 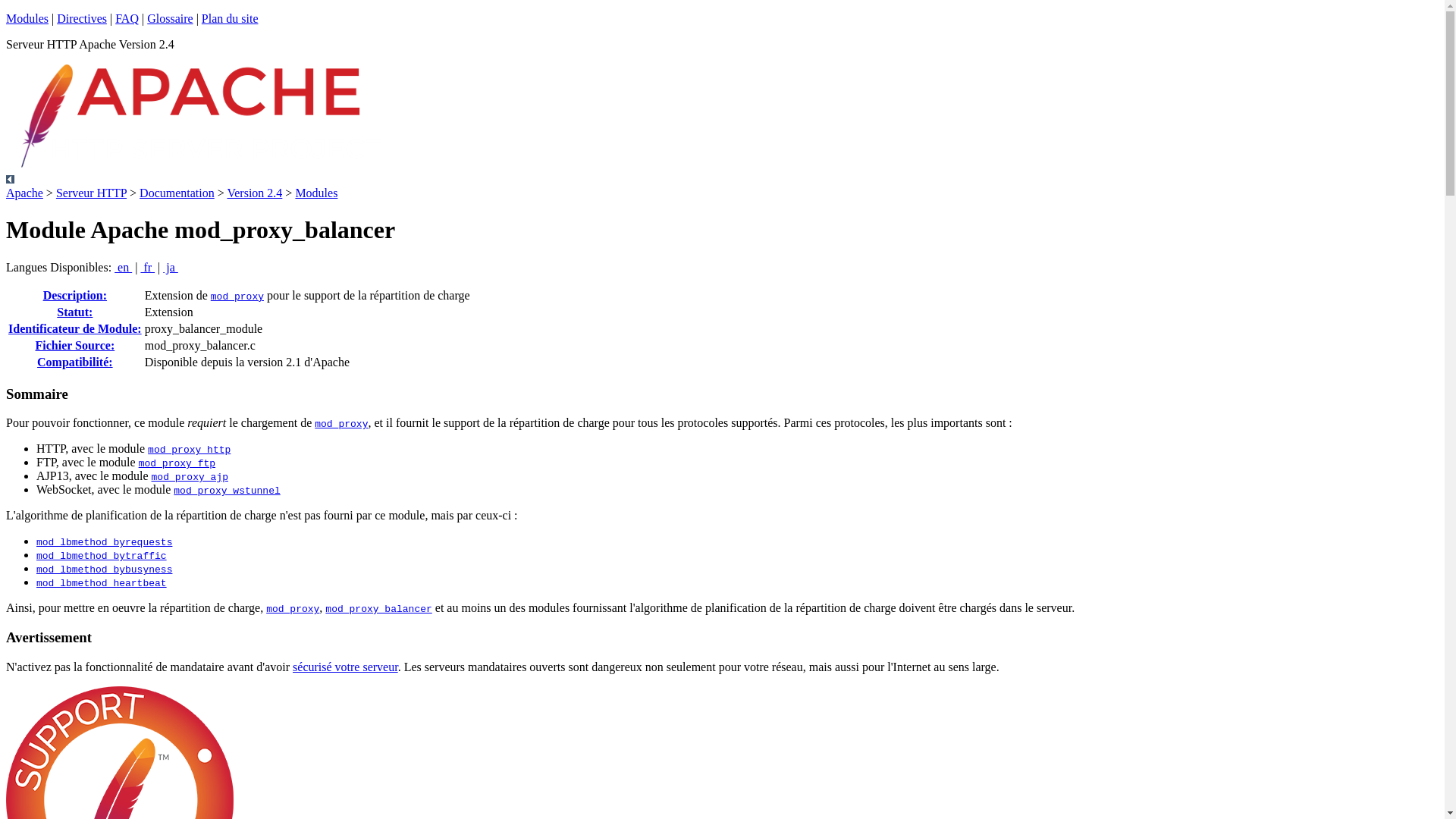 I want to click on 'Fichier Source:', so click(x=74, y=345).